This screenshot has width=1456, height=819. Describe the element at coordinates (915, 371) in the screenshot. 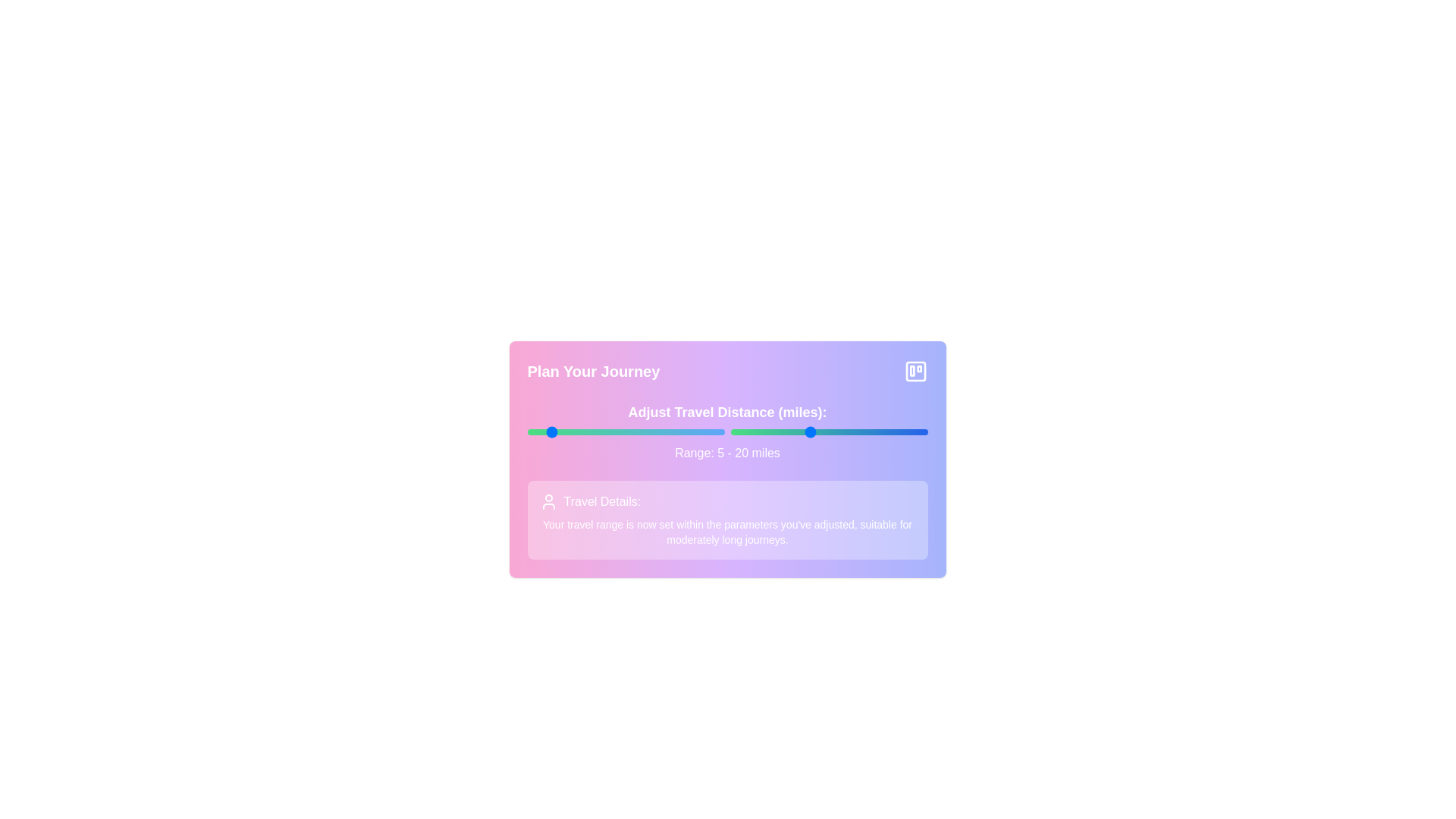

I see `the icon located at the top-right corner of the 'Plan Your Journey' section, adjacent to the title text` at that location.